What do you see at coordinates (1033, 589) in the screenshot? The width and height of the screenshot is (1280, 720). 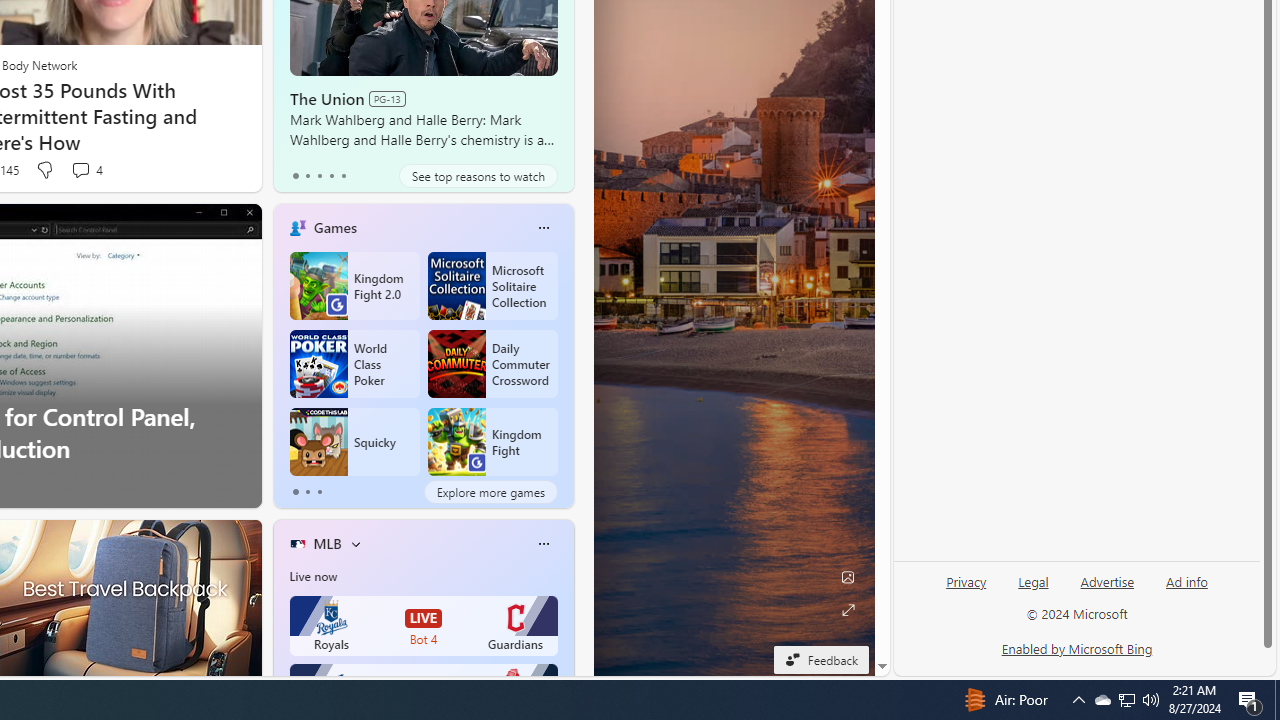 I see `'Legal'` at bounding box center [1033, 589].